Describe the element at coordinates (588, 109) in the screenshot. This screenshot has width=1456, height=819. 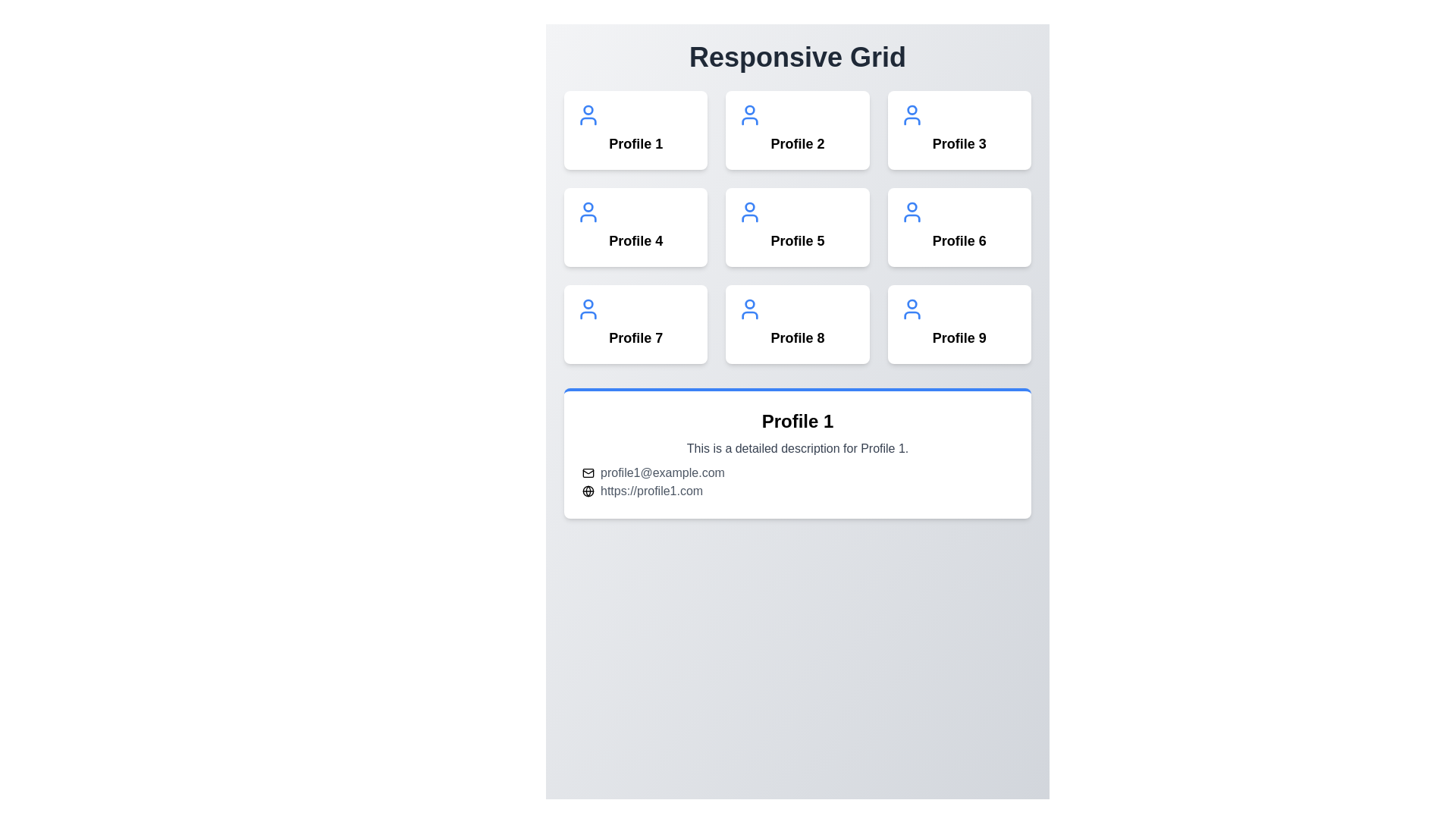
I see `the SVG Circle that visually represents the user profile icon in the card titled 'Profile 1'` at that location.